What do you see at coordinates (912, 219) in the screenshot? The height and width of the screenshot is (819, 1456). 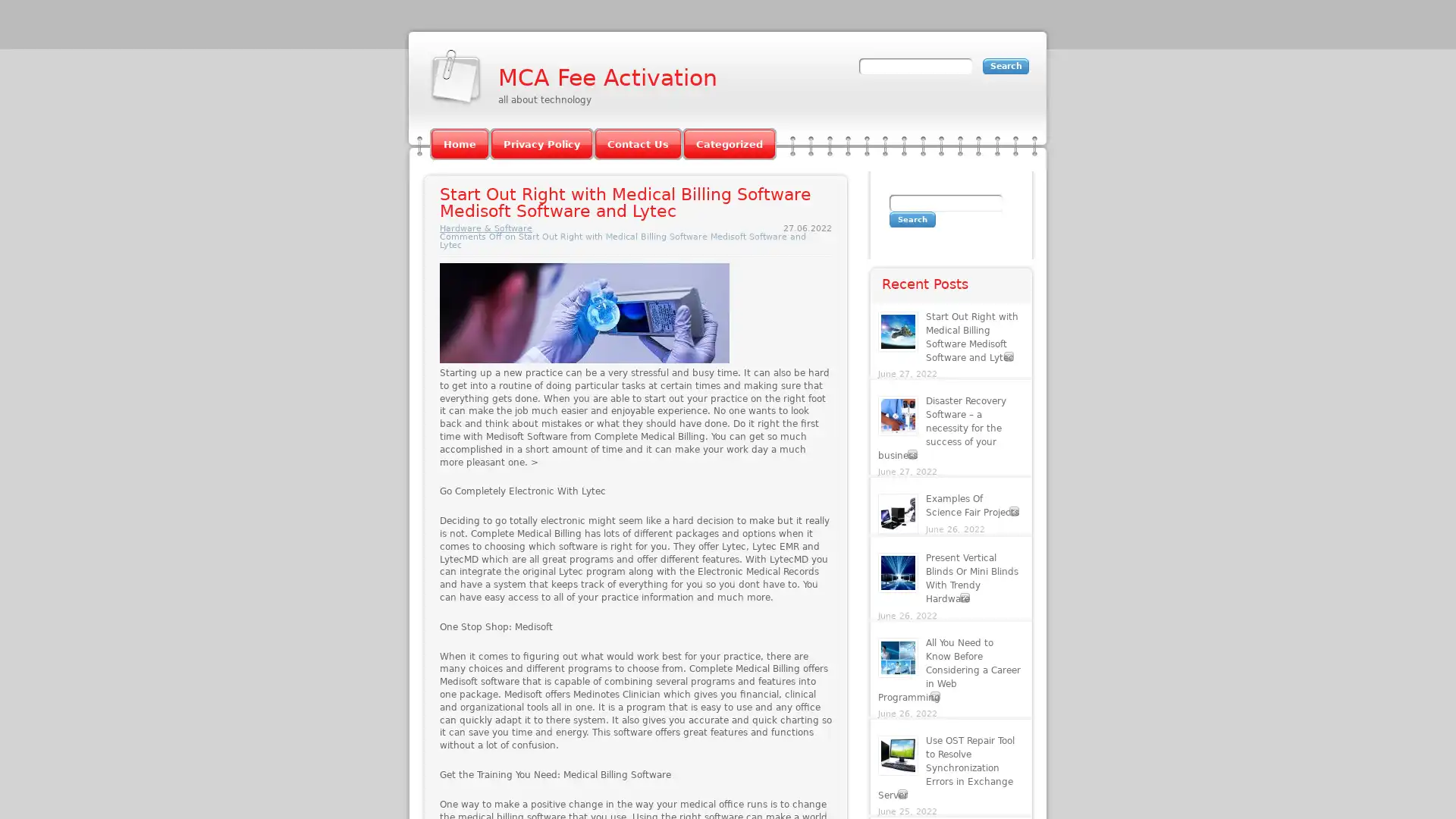 I see `Search` at bounding box center [912, 219].